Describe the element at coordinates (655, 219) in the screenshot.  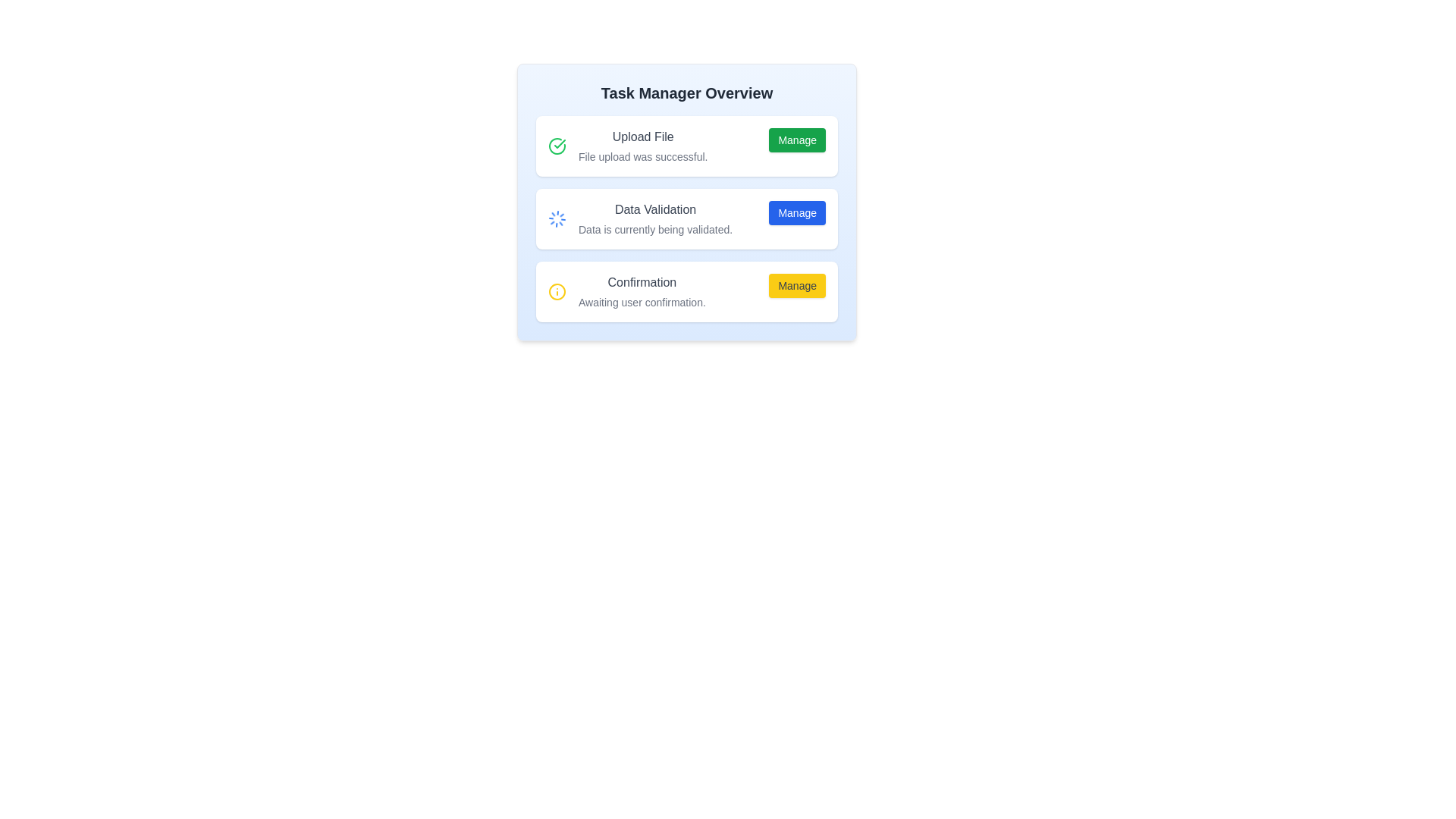
I see `the text block containing 'Data Validation' and 'Data is currently being validated', which is positioned centrally in the 'Task Manager Overview' interface card, between a spinning loader and a blue 'Manage' button` at that location.